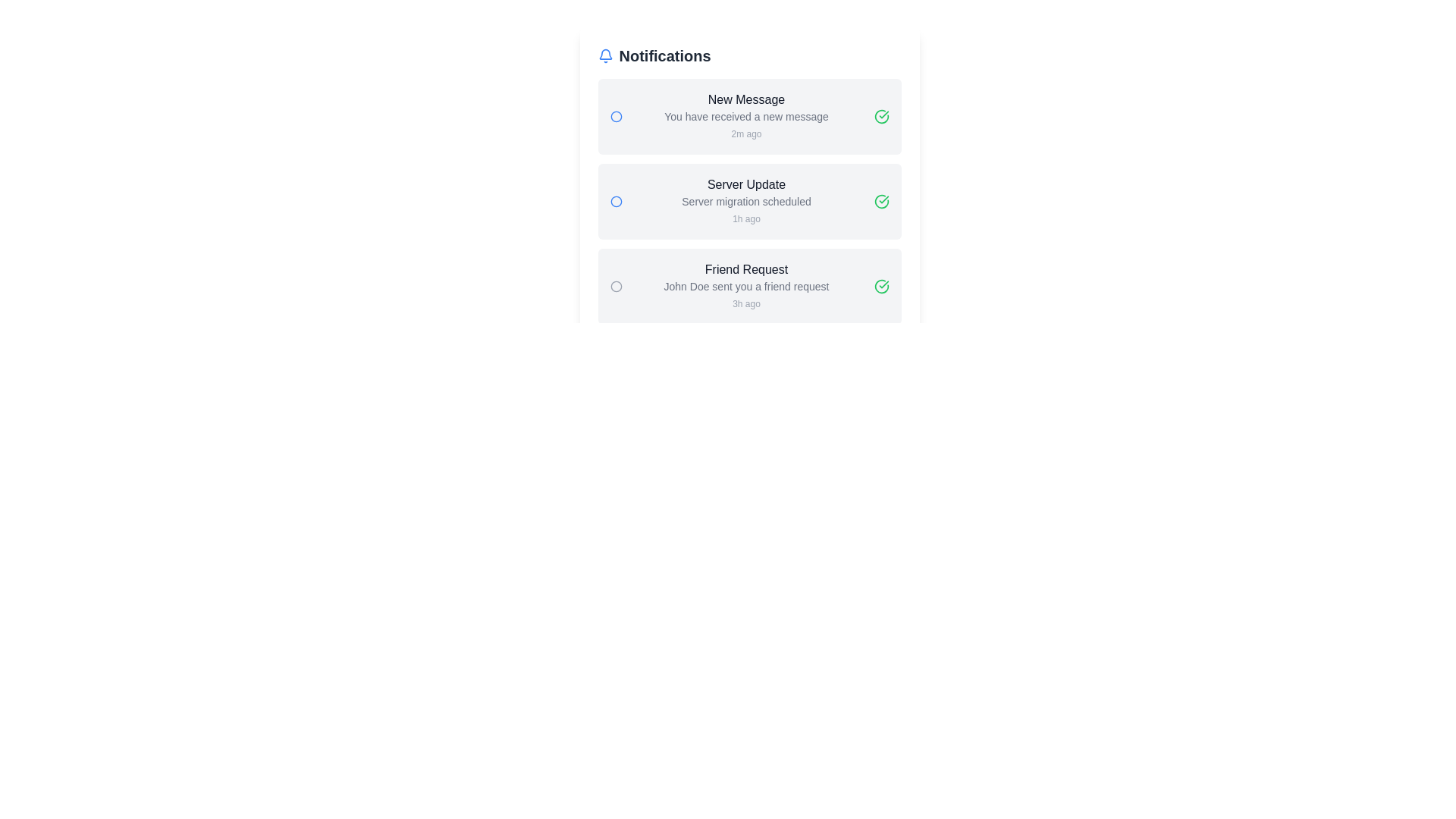 Image resolution: width=1456 pixels, height=819 pixels. What do you see at coordinates (746, 268) in the screenshot?
I see `the 'Friend Request' static text element, which is styled with medium-sized gray font and located in the third notification card under the main title 'Notifications'` at bounding box center [746, 268].